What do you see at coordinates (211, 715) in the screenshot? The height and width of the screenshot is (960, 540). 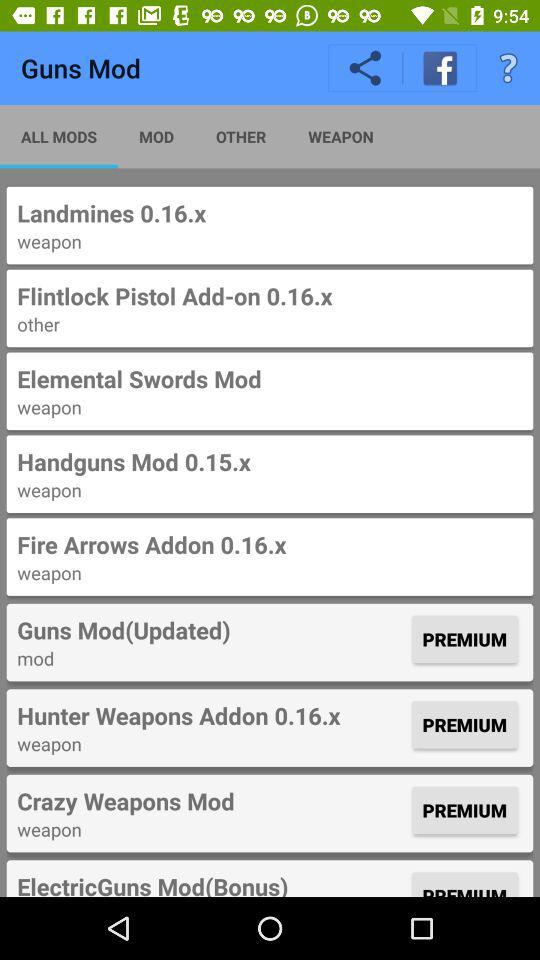 I see `the item to the left of premium item` at bounding box center [211, 715].